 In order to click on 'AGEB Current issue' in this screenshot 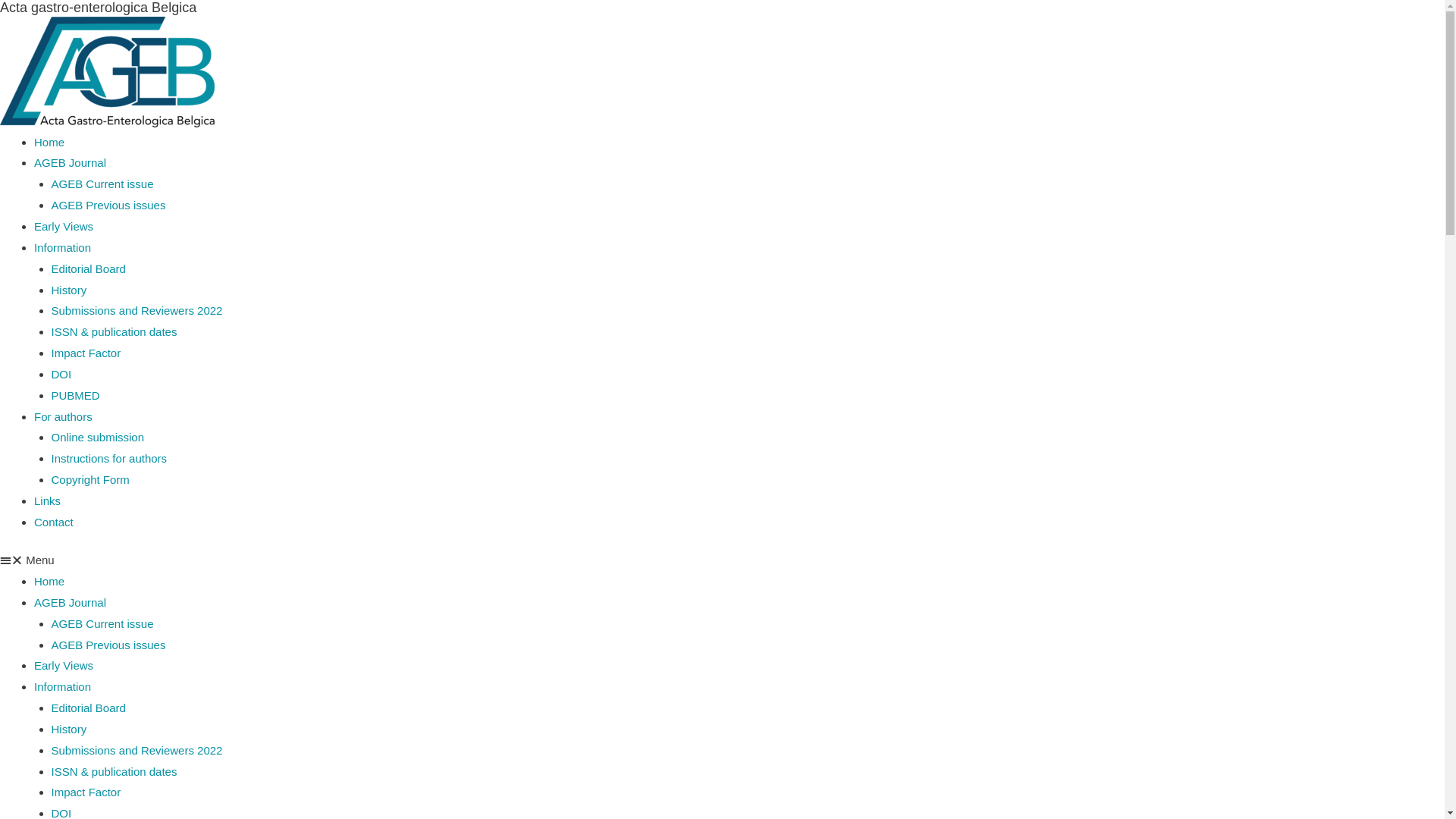, I will do `click(102, 183)`.